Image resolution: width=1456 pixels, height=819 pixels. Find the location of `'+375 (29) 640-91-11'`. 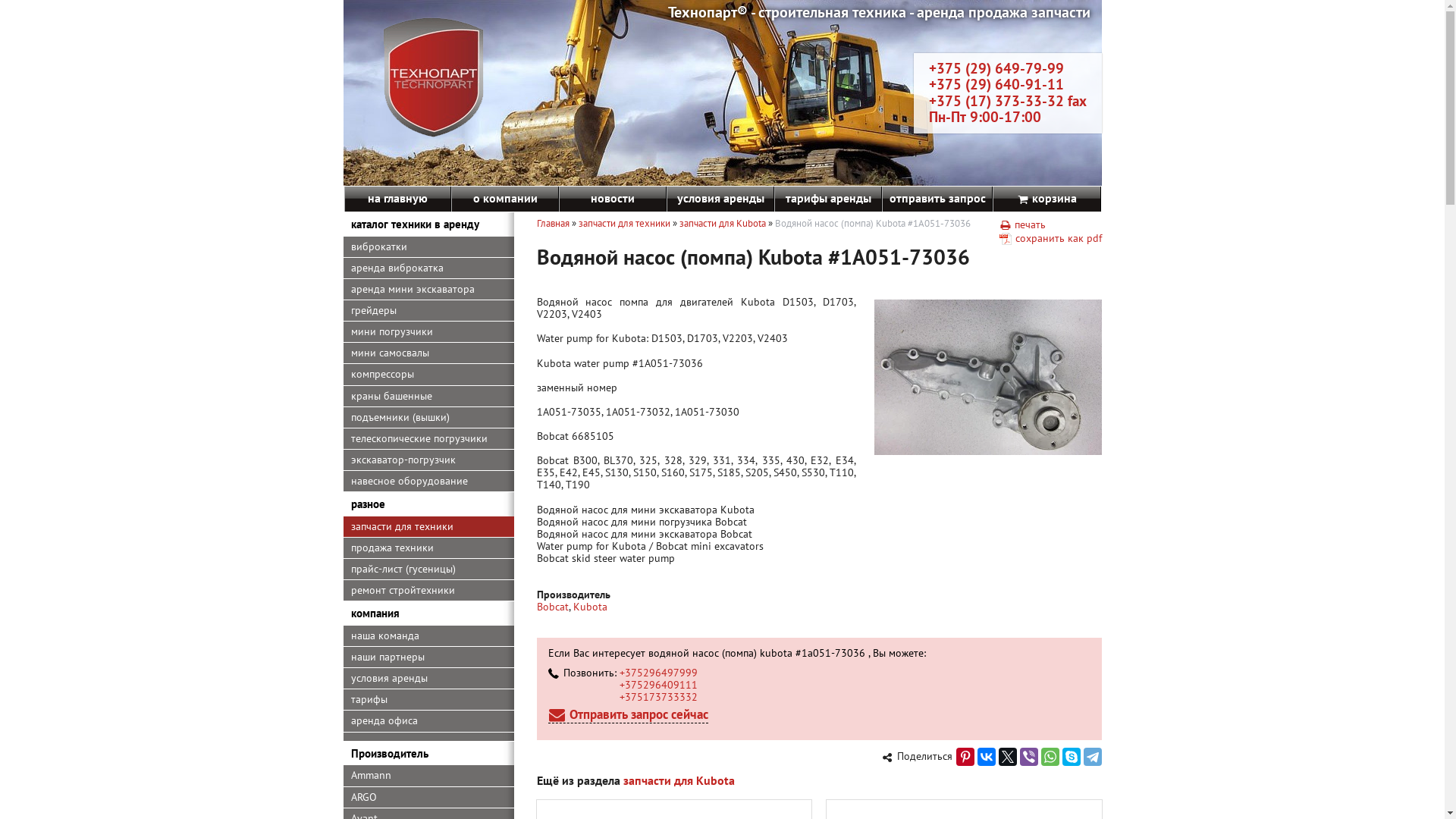

'+375 (29) 640-91-11' is located at coordinates (927, 84).